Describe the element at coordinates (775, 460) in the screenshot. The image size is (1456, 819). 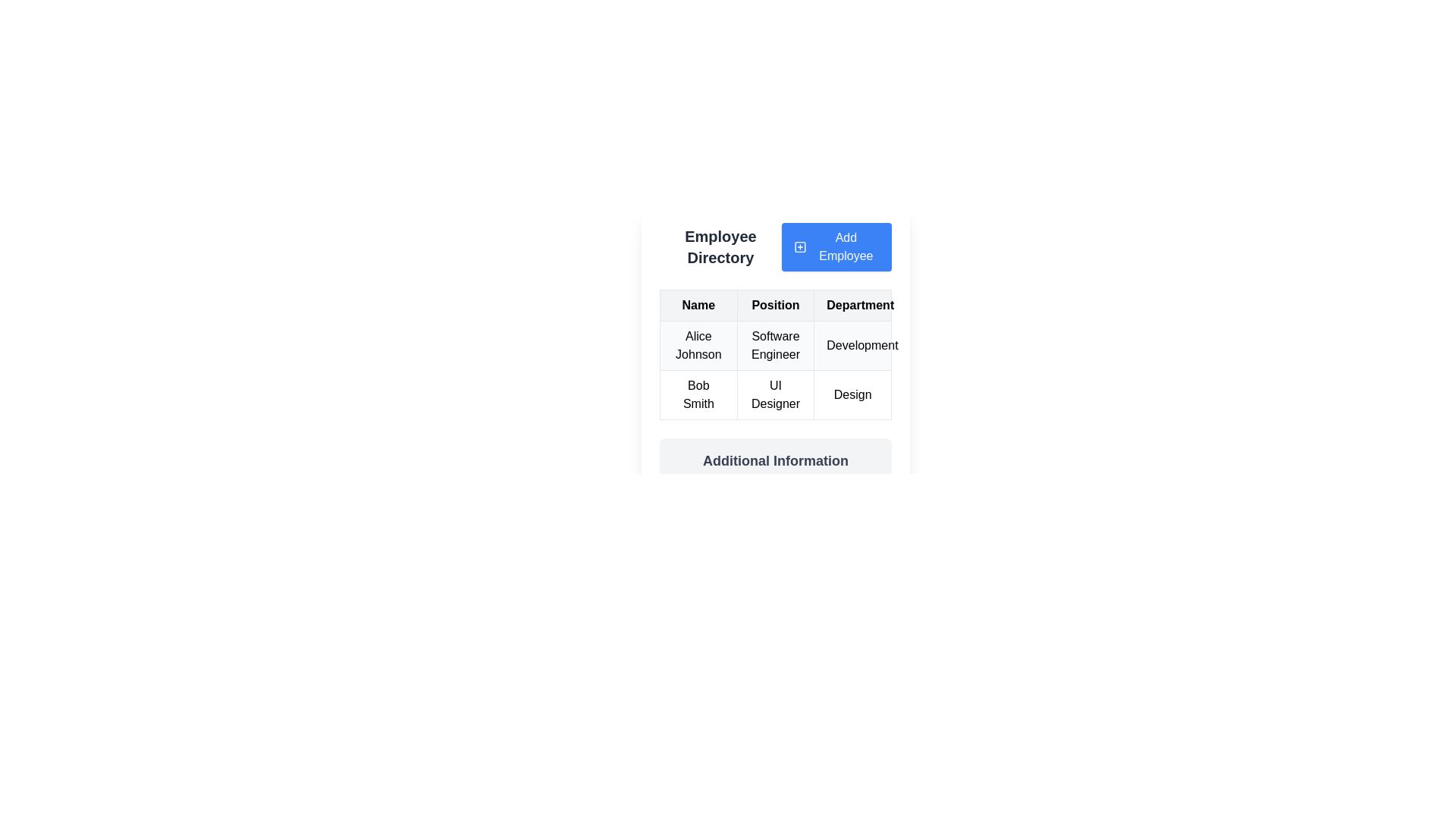
I see `the Text Label located just below the employee data table` at that location.